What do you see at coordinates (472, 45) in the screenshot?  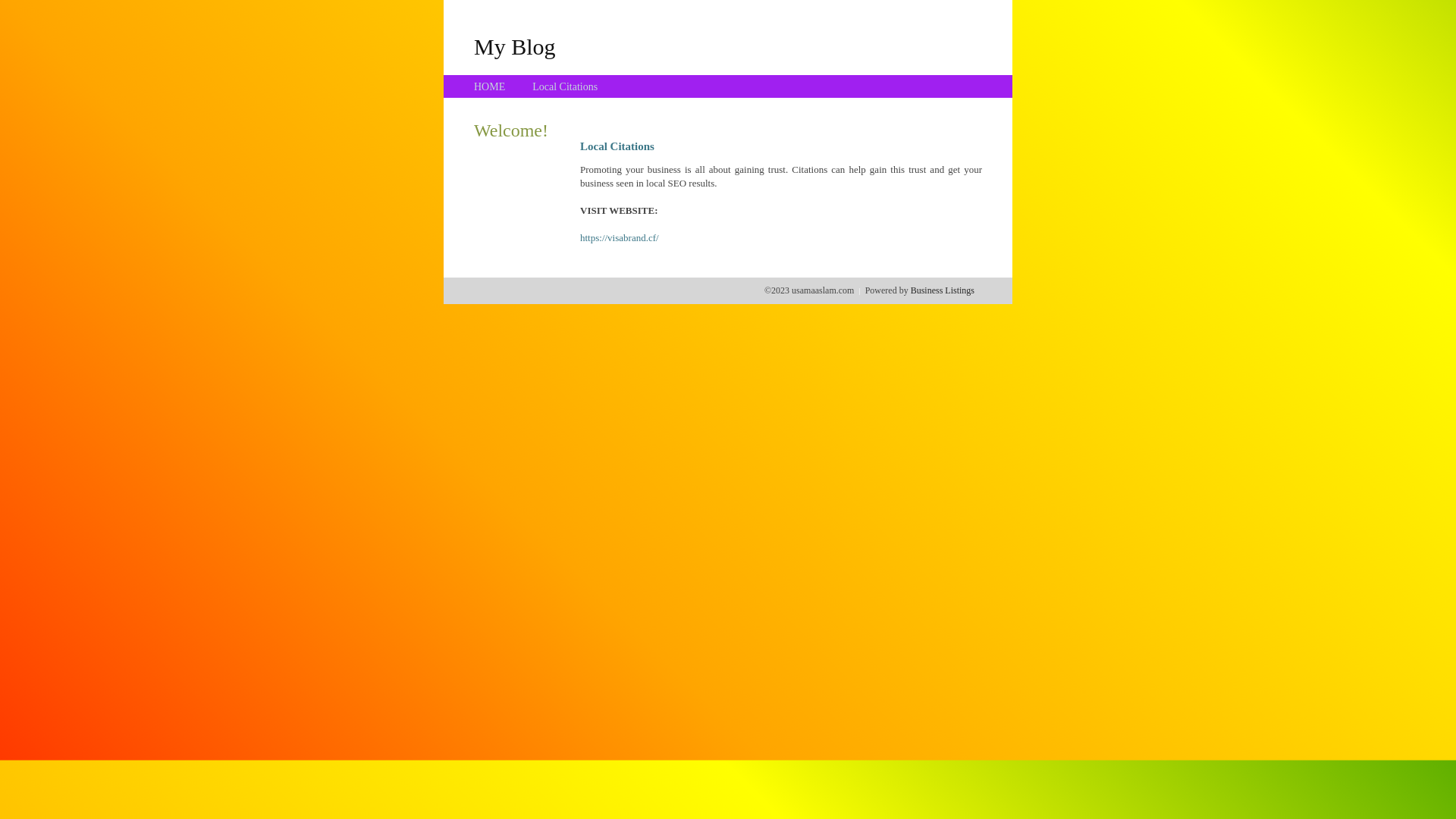 I see `'My Blog'` at bounding box center [472, 45].